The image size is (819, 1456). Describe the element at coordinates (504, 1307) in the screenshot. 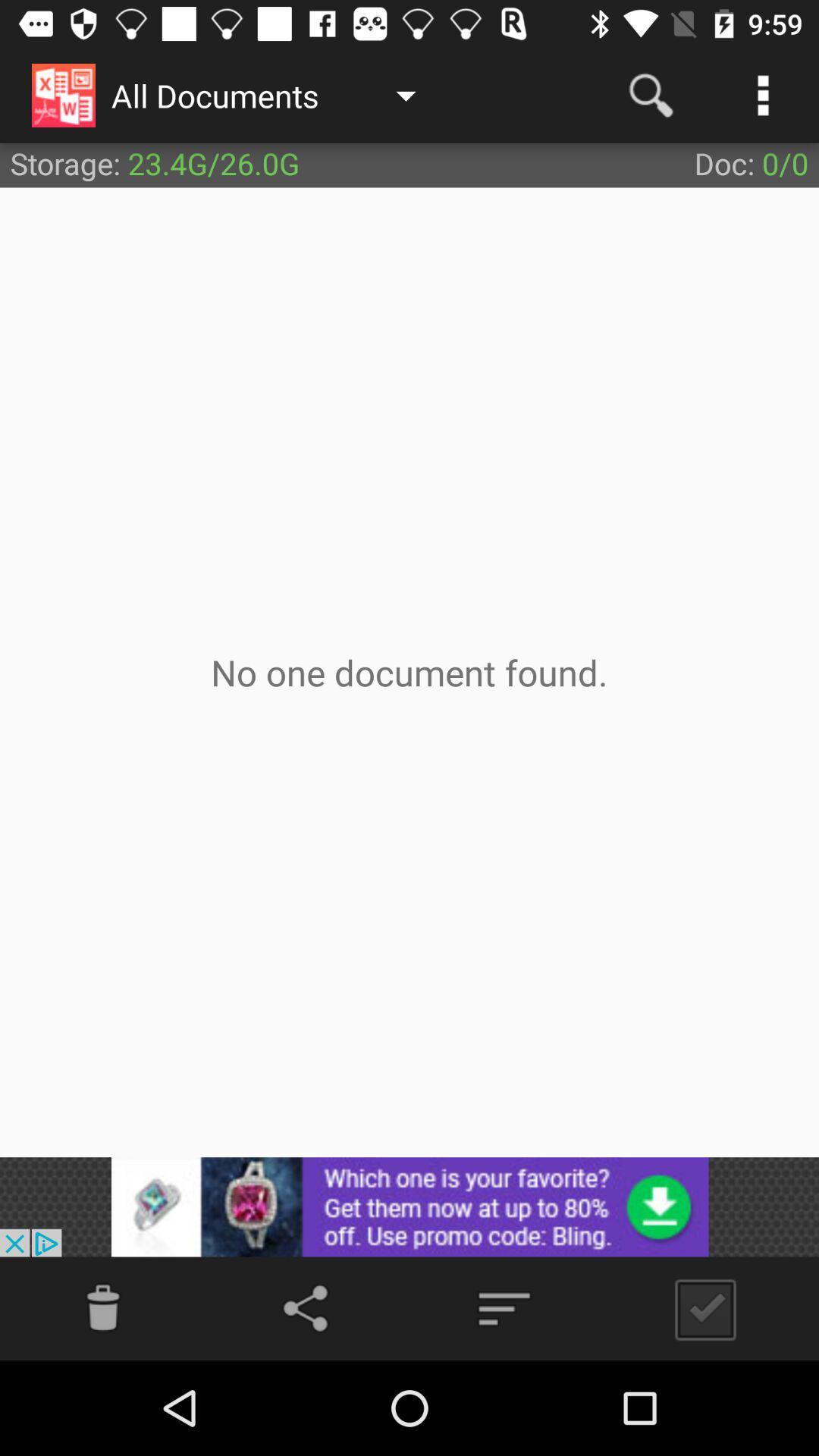

I see `menu` at that location.